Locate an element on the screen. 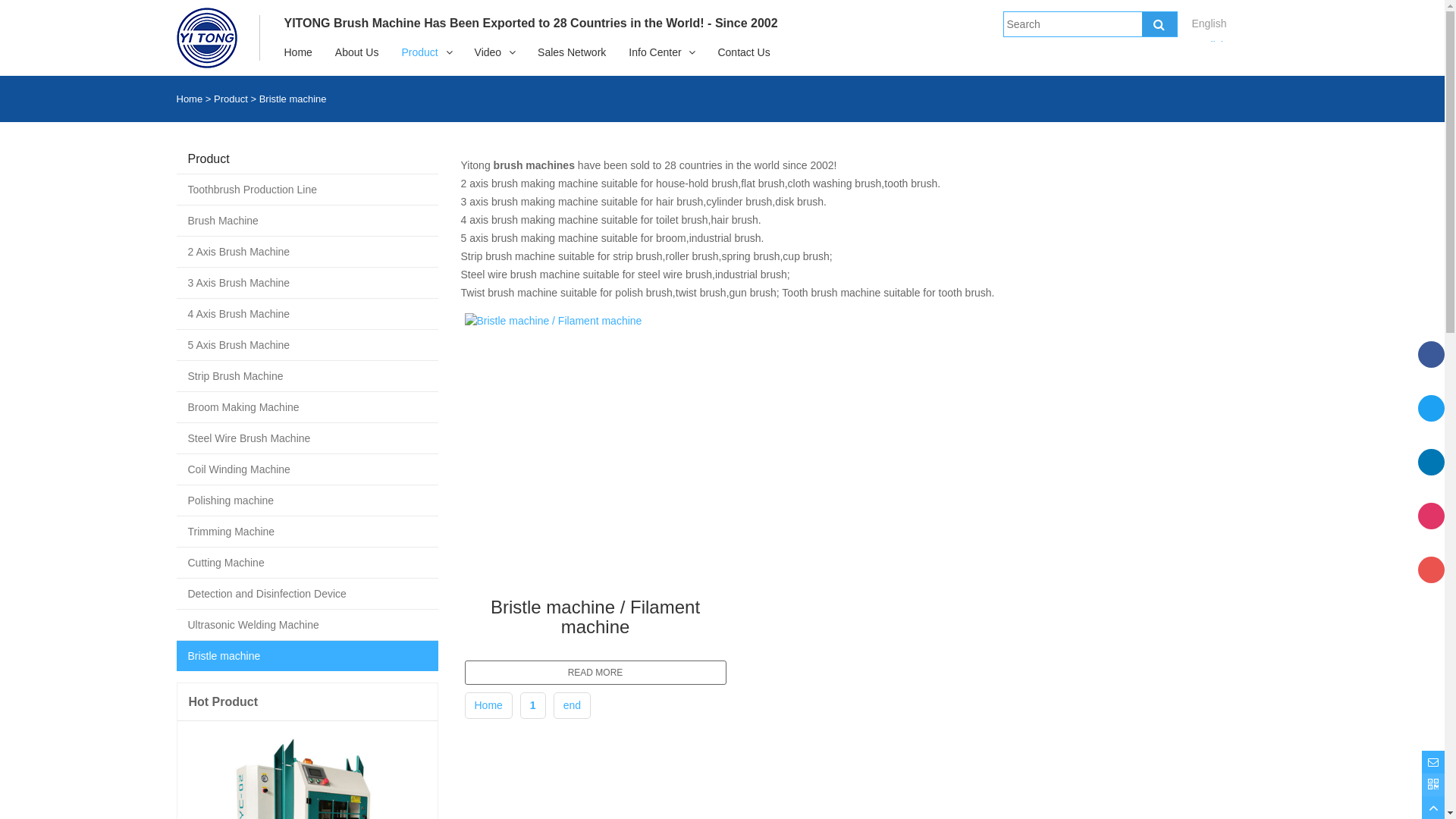 The height and width of the screenshot is (819, 1456). 'Bristle machine / Filament machine' is located at coordinates (463, 613).